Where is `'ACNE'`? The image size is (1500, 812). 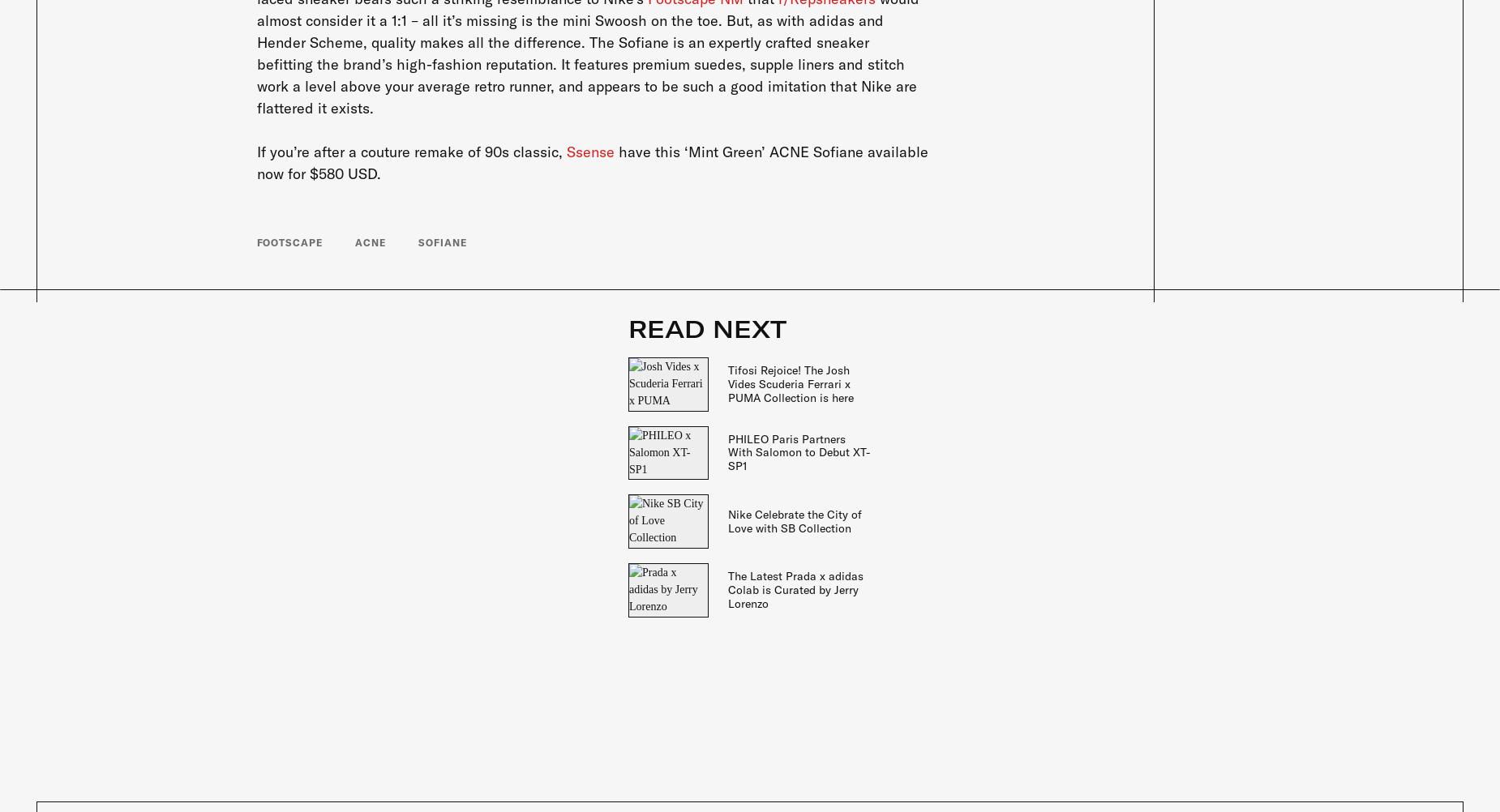 'ACNE' is located at coordinates (369, 241).